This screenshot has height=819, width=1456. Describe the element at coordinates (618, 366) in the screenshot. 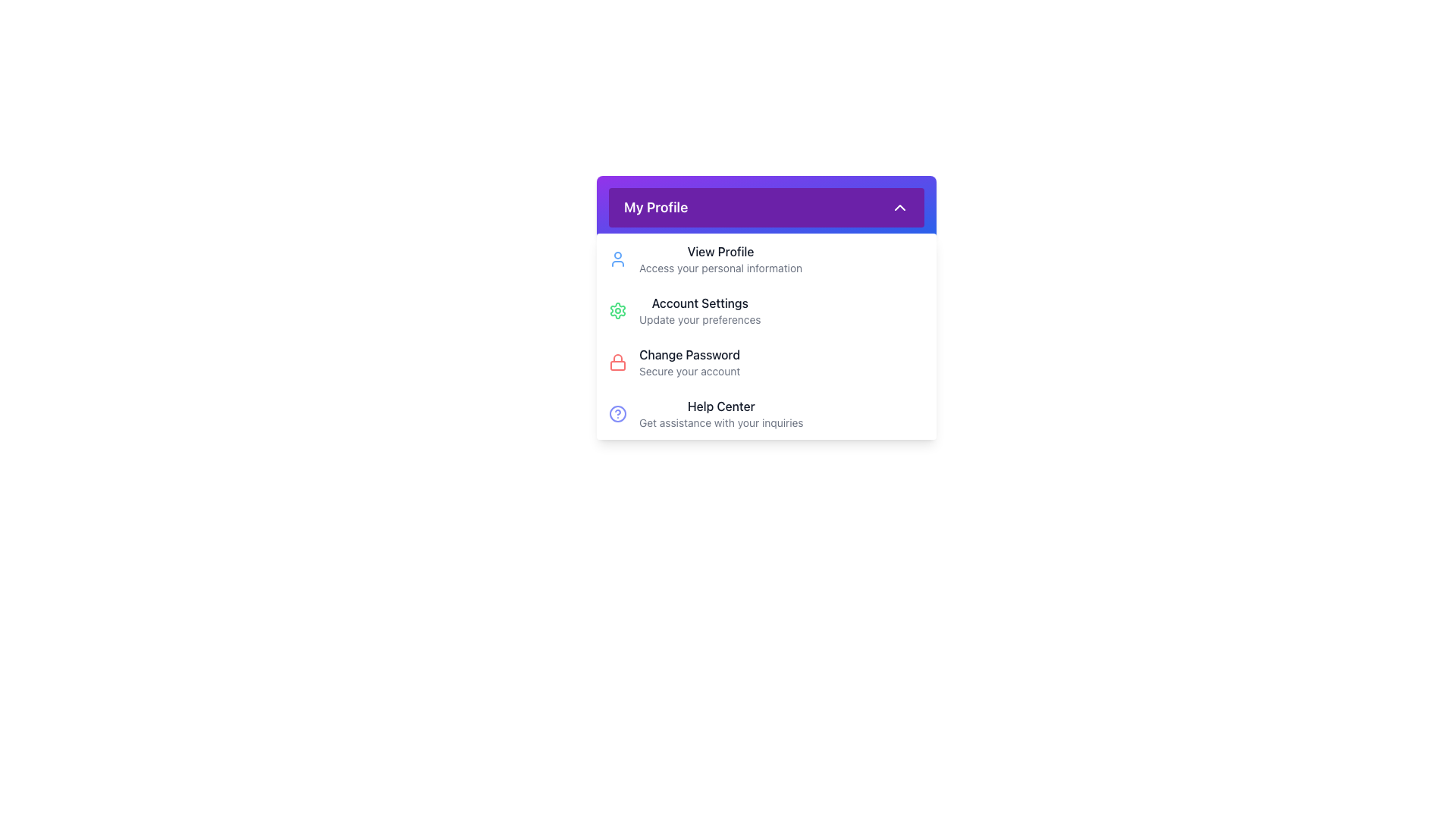

I see `the decorative component of the lock icon associated with the 'Change Password' text in the vertical menu under 'My Profile'` at that location.